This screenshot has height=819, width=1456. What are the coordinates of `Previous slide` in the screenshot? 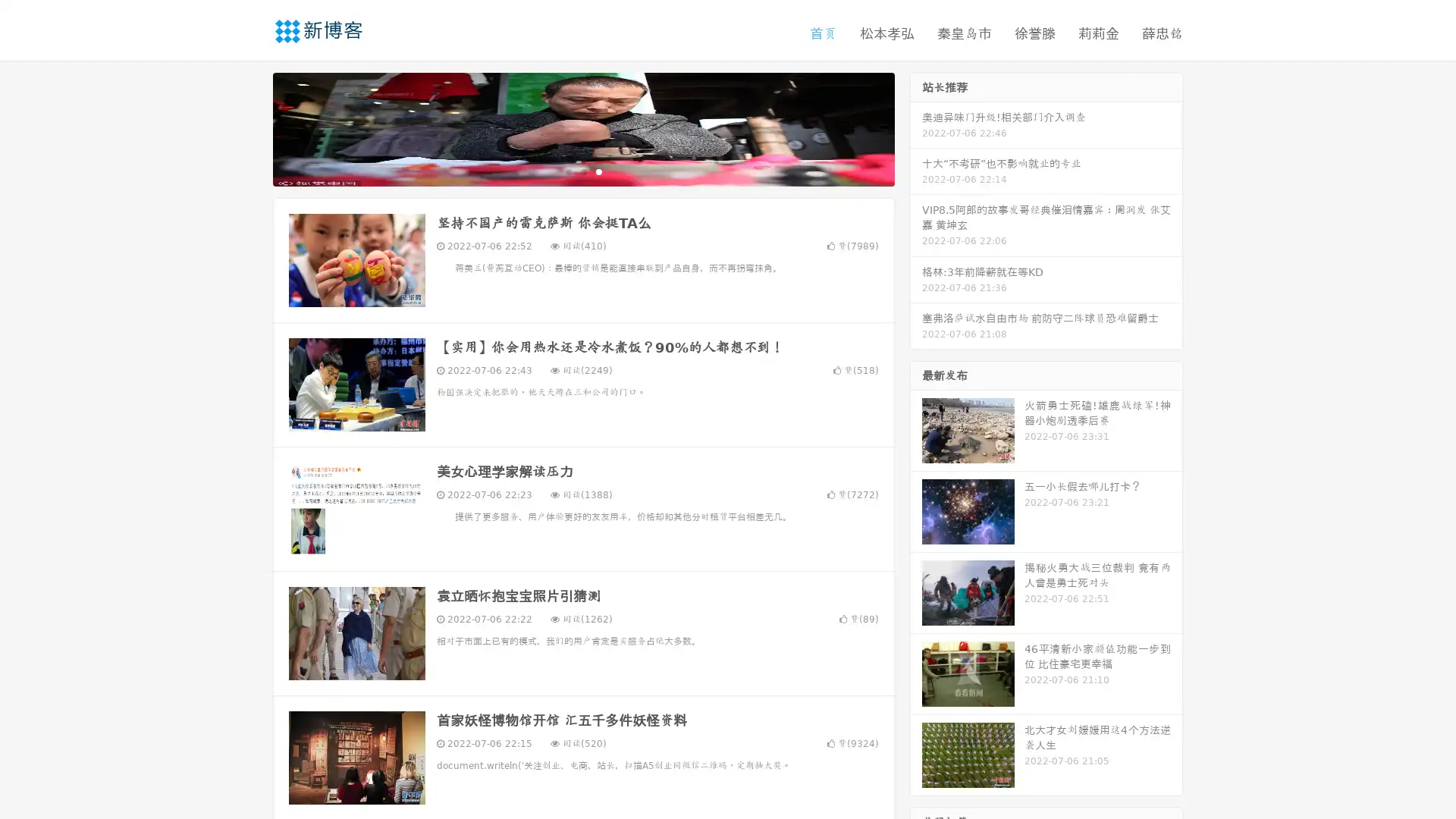 It's located at (250, 127).